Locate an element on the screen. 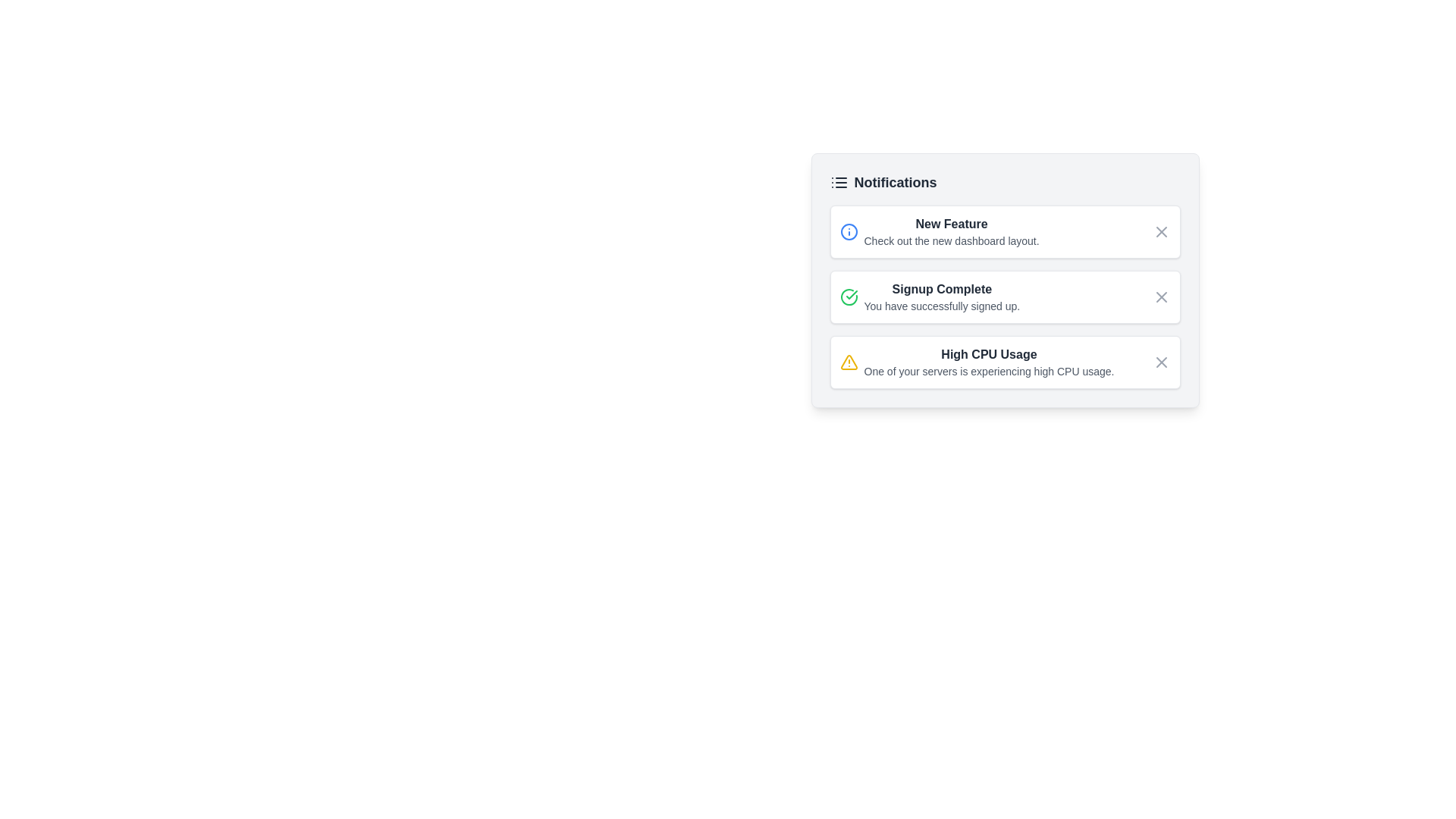 The image size is (1456, 819). the Notification Block that indicates a new feature with the title 'New Feature' and subtitle 'Check out the new dashboard layout.' for accessibility navigation is located at coordinates (939, 231).